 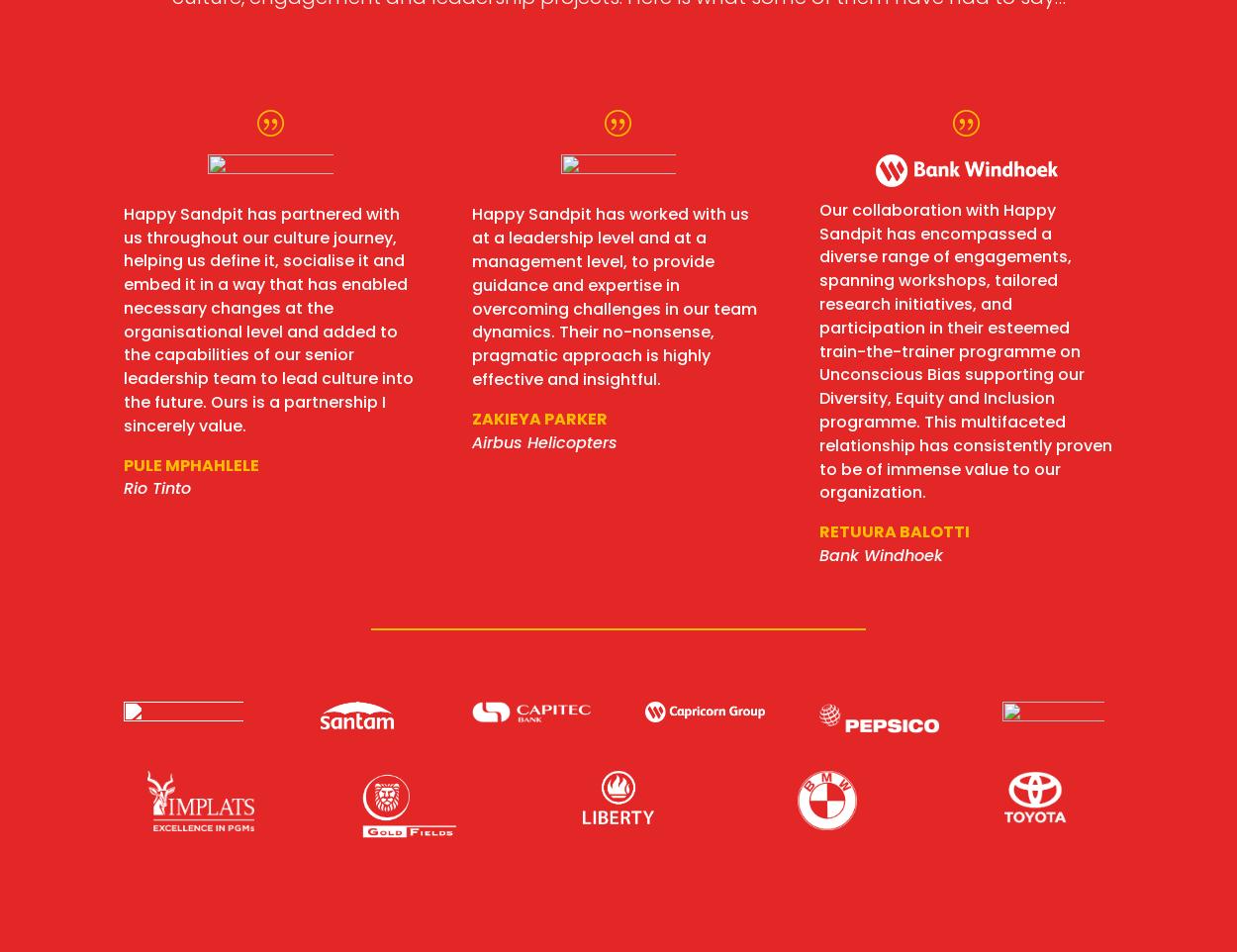 What do you see at coordinates (881, 554) in the screenshot?
I see `'Bank Windhoek'` at bounding box center [881, 554].